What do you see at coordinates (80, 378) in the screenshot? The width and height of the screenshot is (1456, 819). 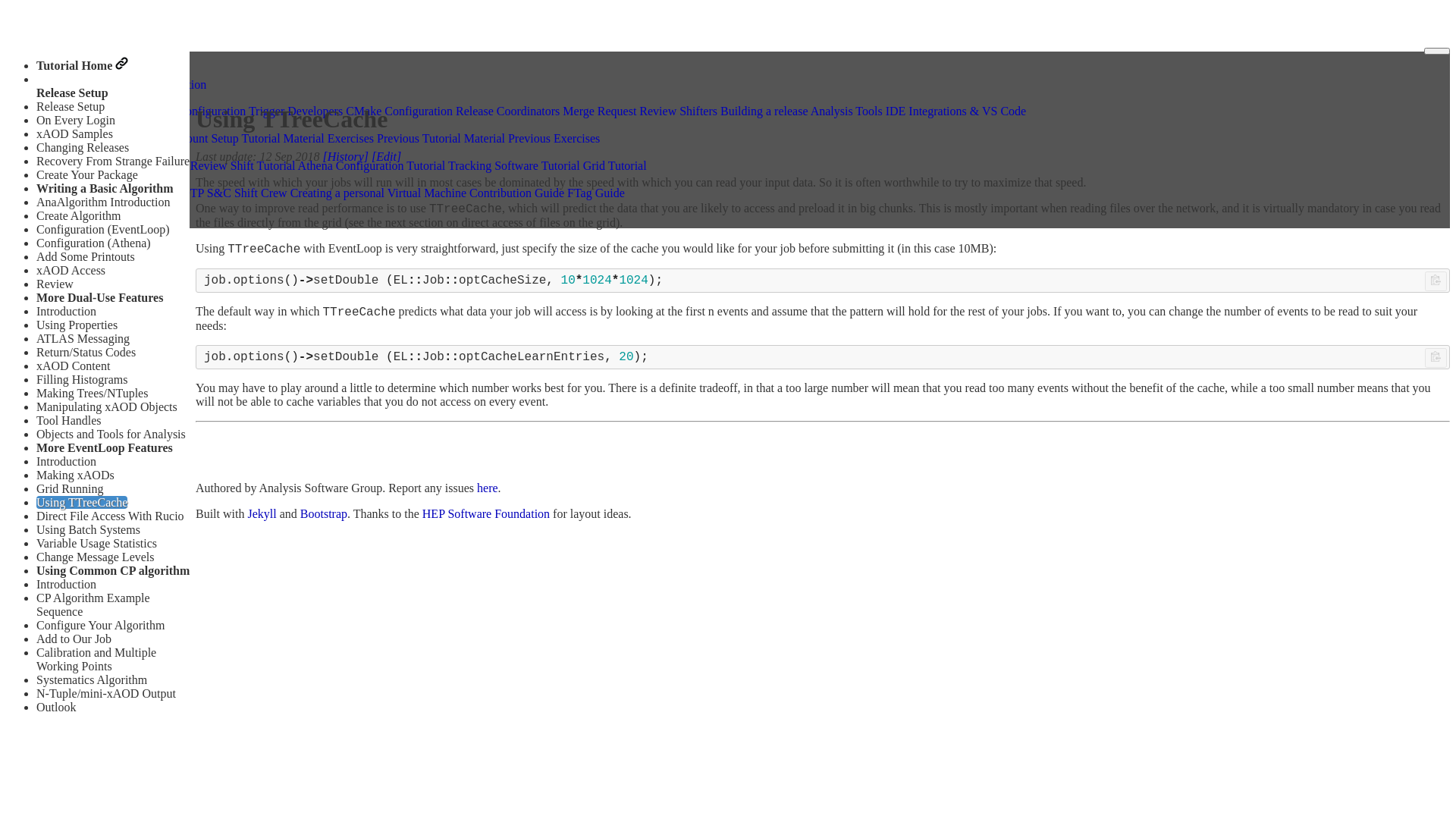 I see `'Filling Histograms'` at bounding box center [80, 378].